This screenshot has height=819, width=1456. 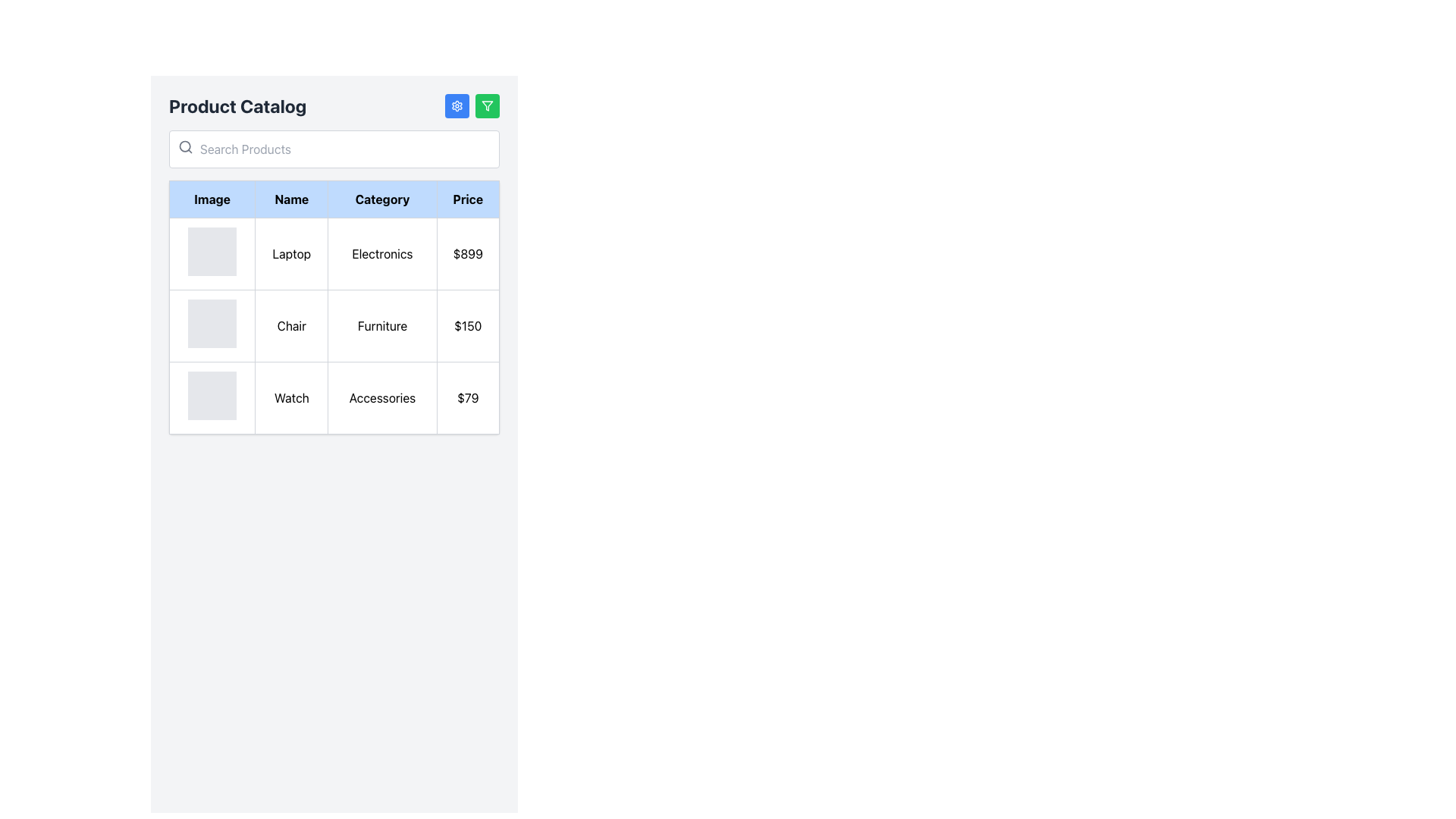 I want to click on the static visual placeholder representing an image in the first row under the 'Image' column of the 'Product Catalog' table, so click(x=212, y=250).